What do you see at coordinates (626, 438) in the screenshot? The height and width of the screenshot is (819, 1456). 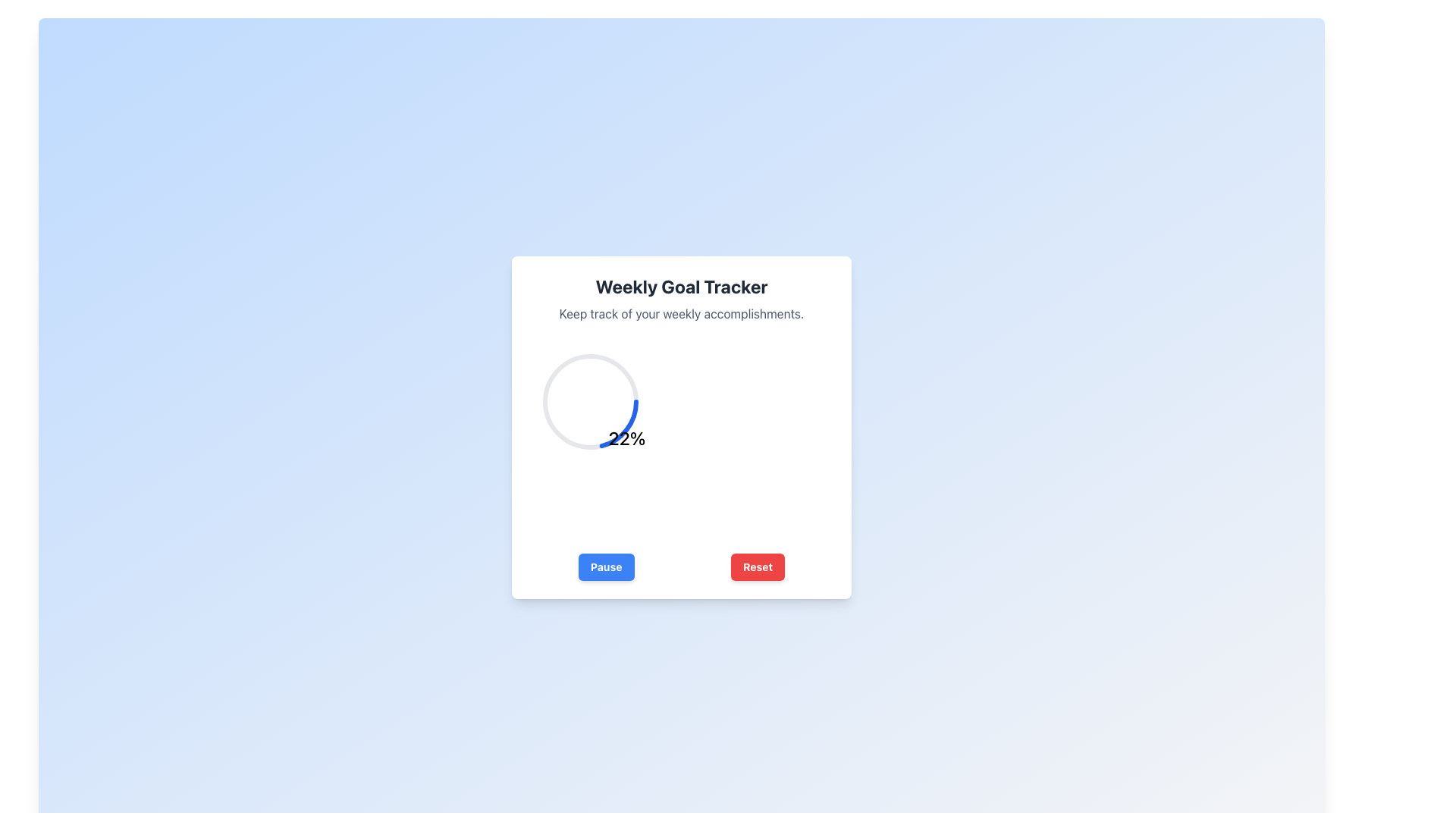 I see `the Circular Progress Indicator displaying '20%' in the center of the card UI titled 'Weekly Goal Tracker'` at bounding box center [626, 438].